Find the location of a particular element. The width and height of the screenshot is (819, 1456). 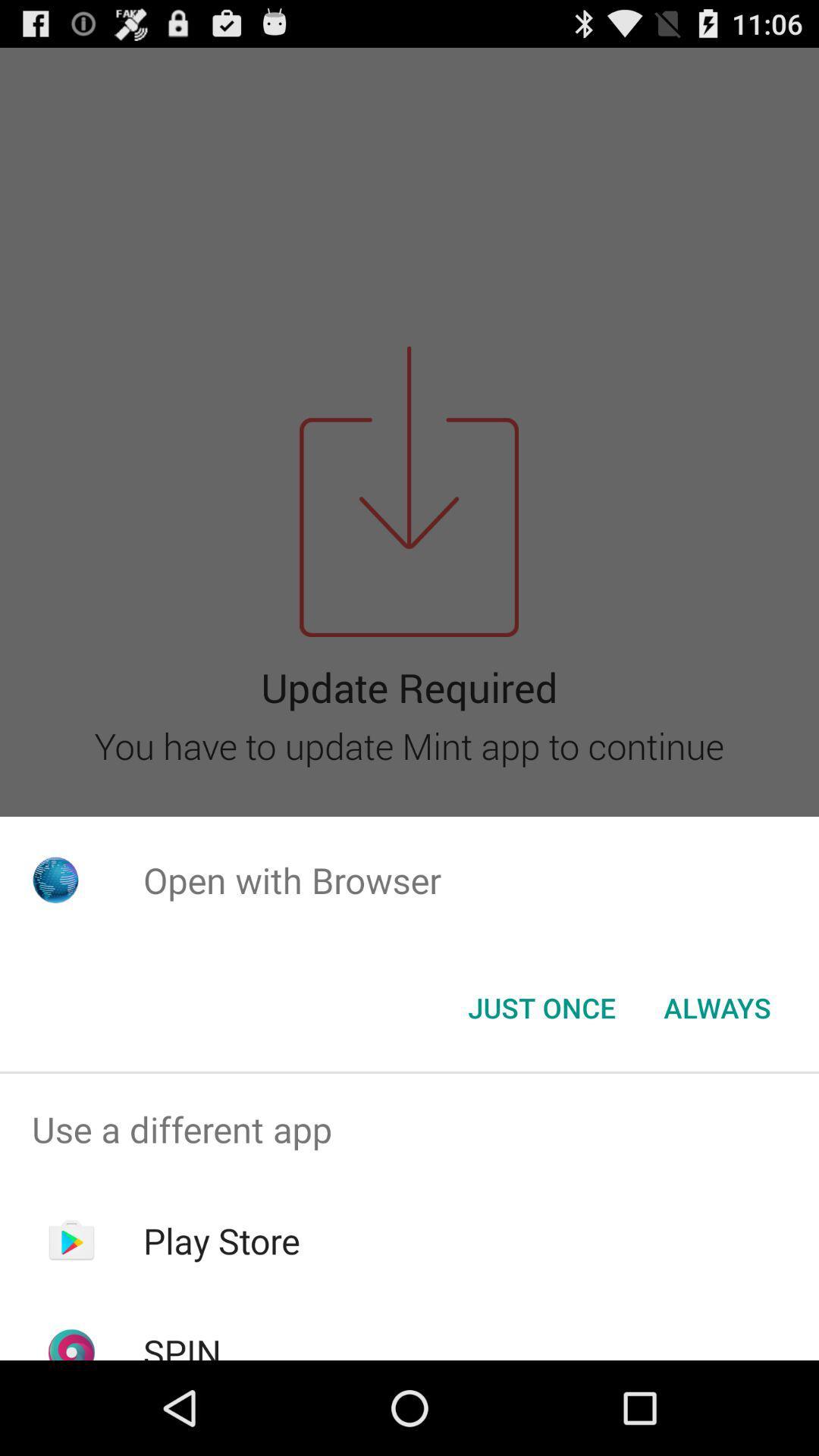

the spin icon is located at coordinates (181, 1344).